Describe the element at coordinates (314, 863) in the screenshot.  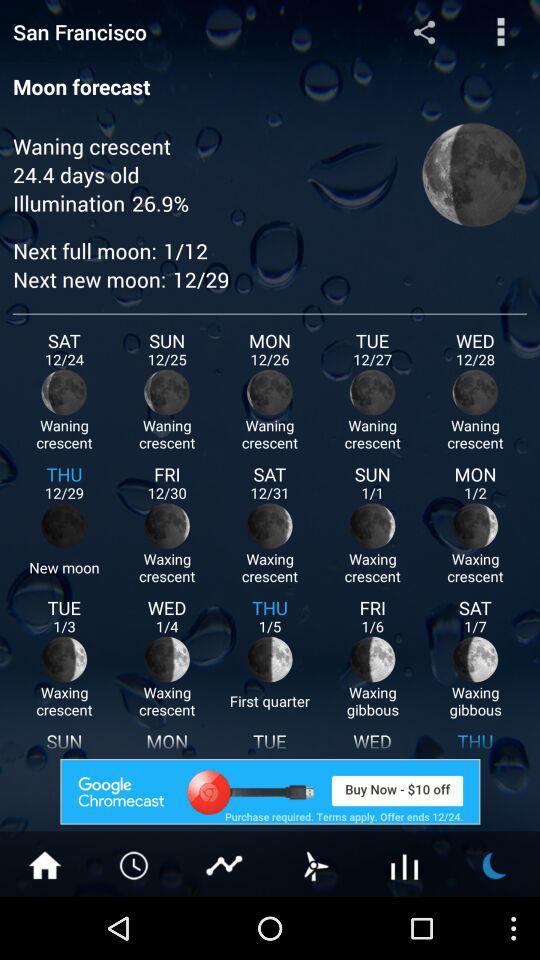
I see `wind speed` at that location.